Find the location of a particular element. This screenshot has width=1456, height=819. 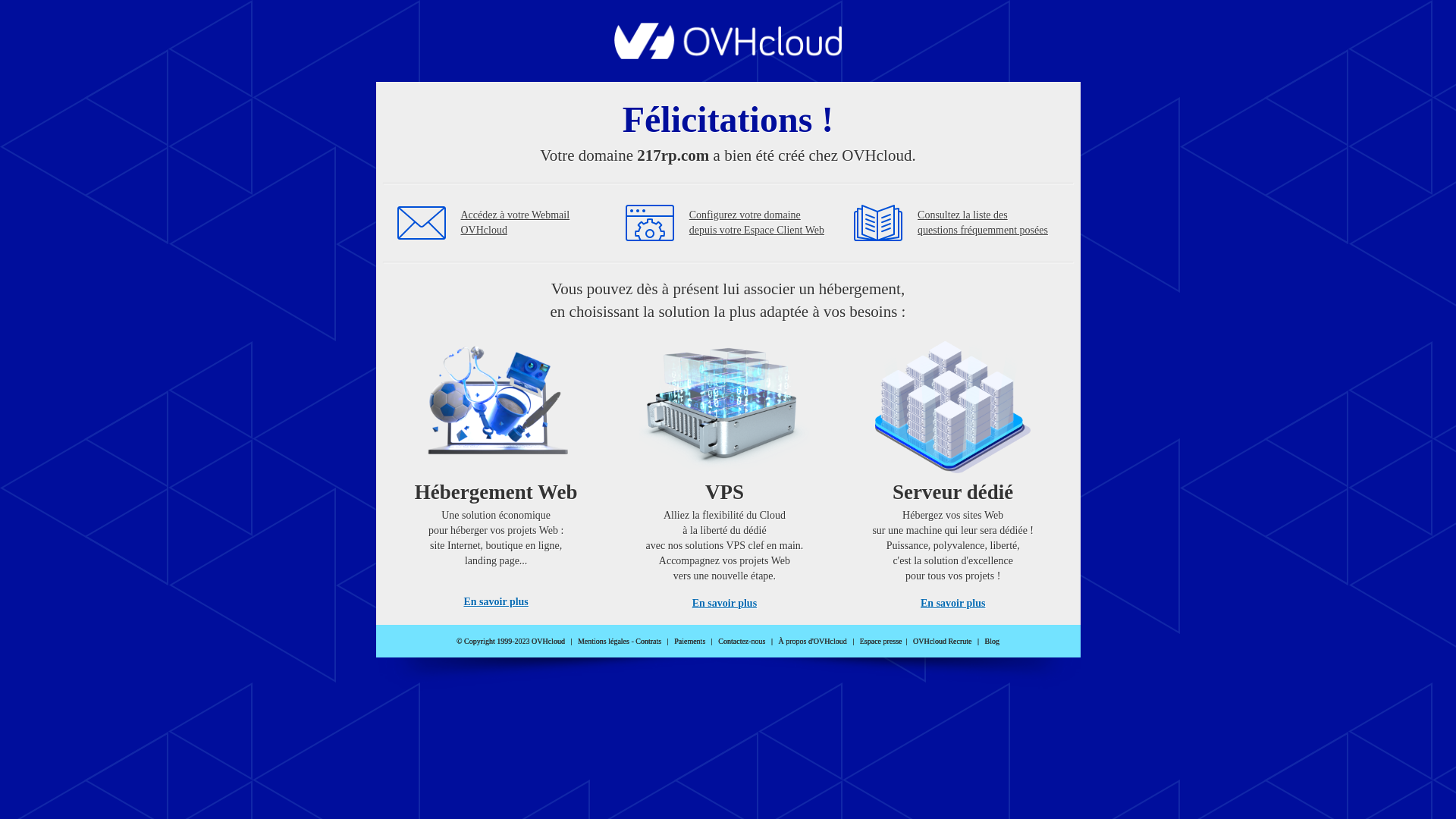

'Configurez votre domaine is located at coordinates (757, 222).